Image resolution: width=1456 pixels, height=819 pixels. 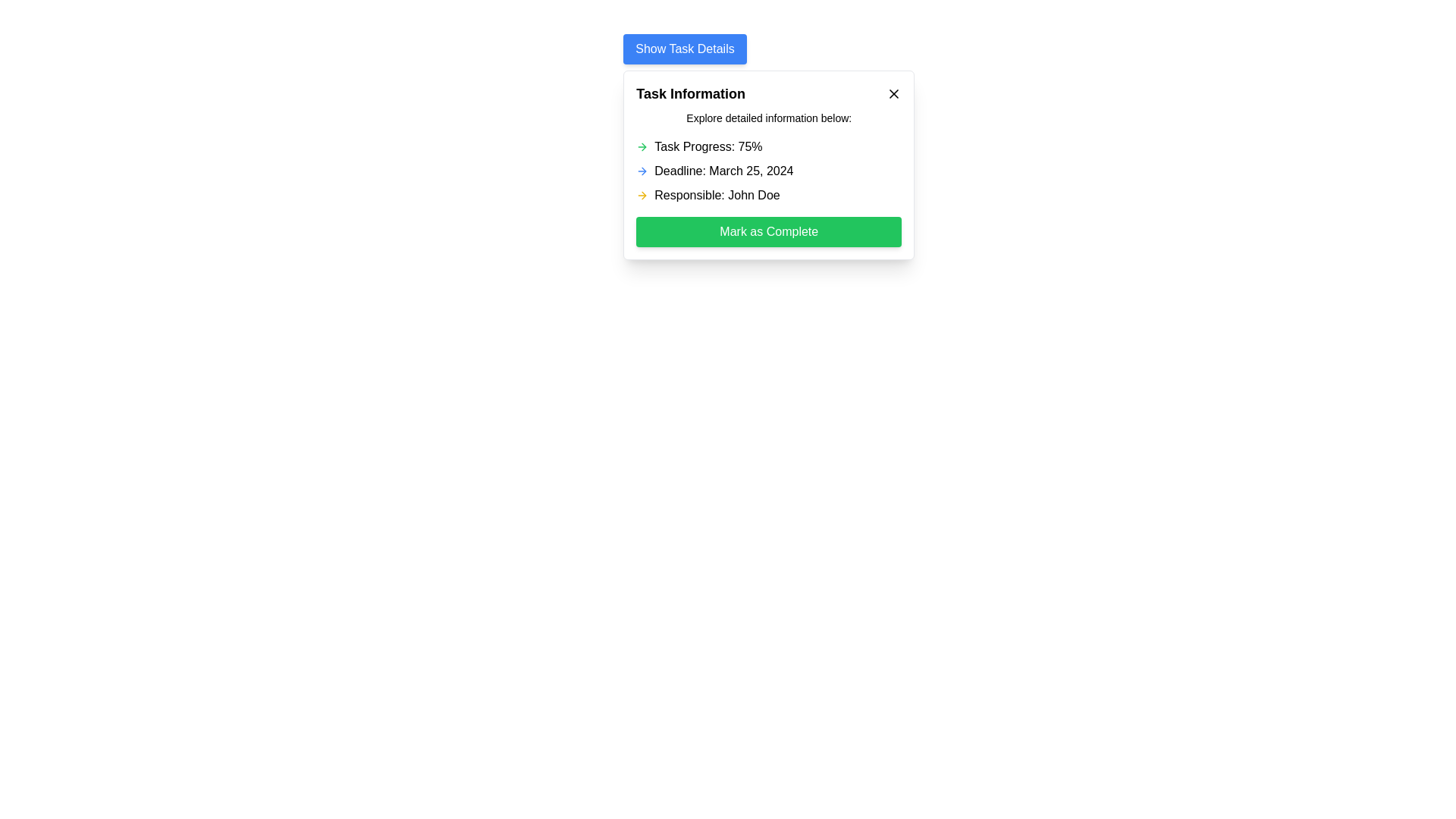 I want to click on the text header located at the top left of the modal dialog box, so click(x=690, y=93).